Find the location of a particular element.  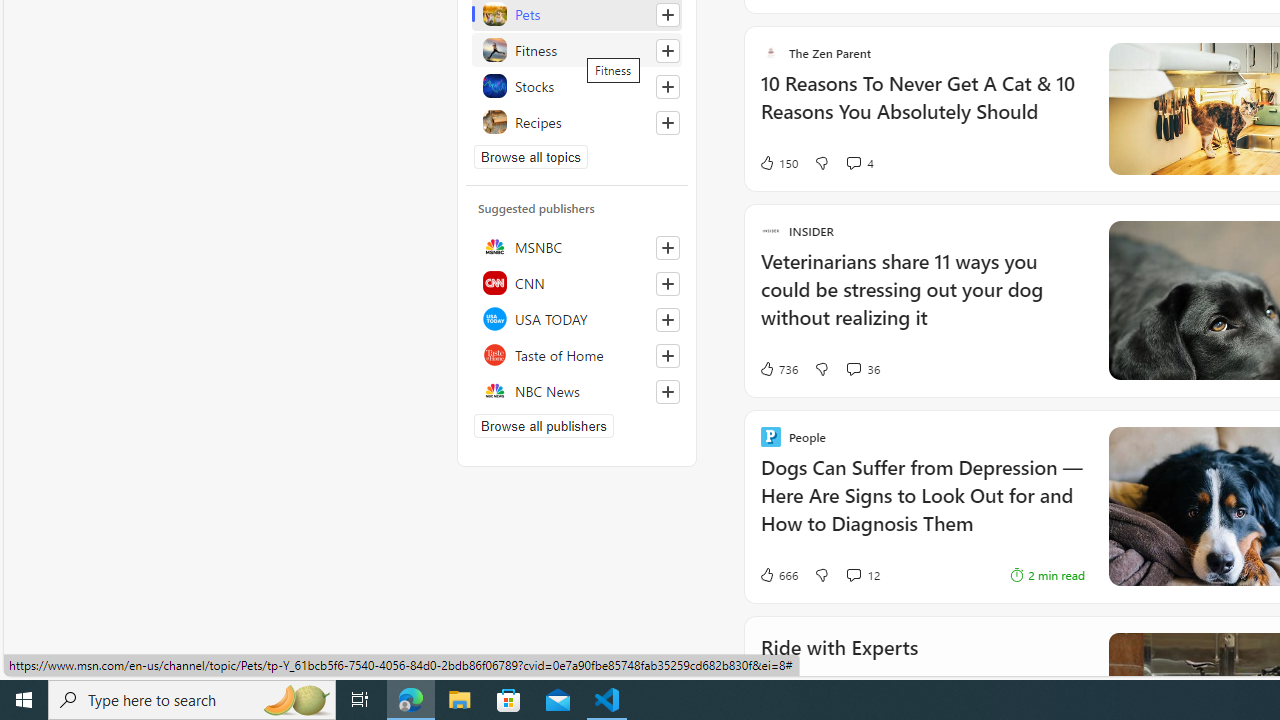

'Ride with Experts' is located at coordinates (839, 675).